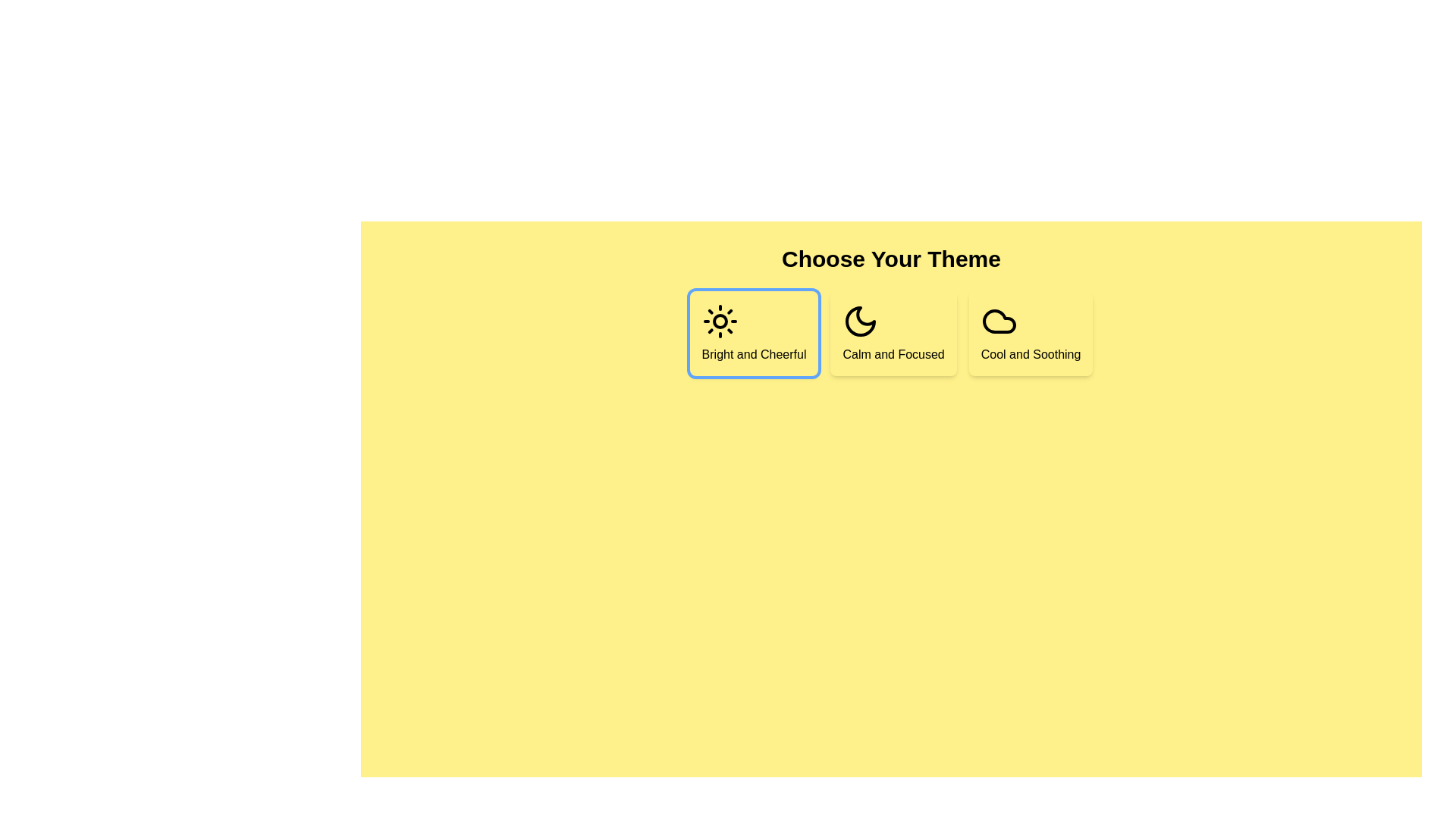 This screenshot has width=1456, height=819. Describe the element at coordinates (1031, 332) in the screenshot. I see `the button corresponding to the theme 'Cool and Soothing'` at that location.